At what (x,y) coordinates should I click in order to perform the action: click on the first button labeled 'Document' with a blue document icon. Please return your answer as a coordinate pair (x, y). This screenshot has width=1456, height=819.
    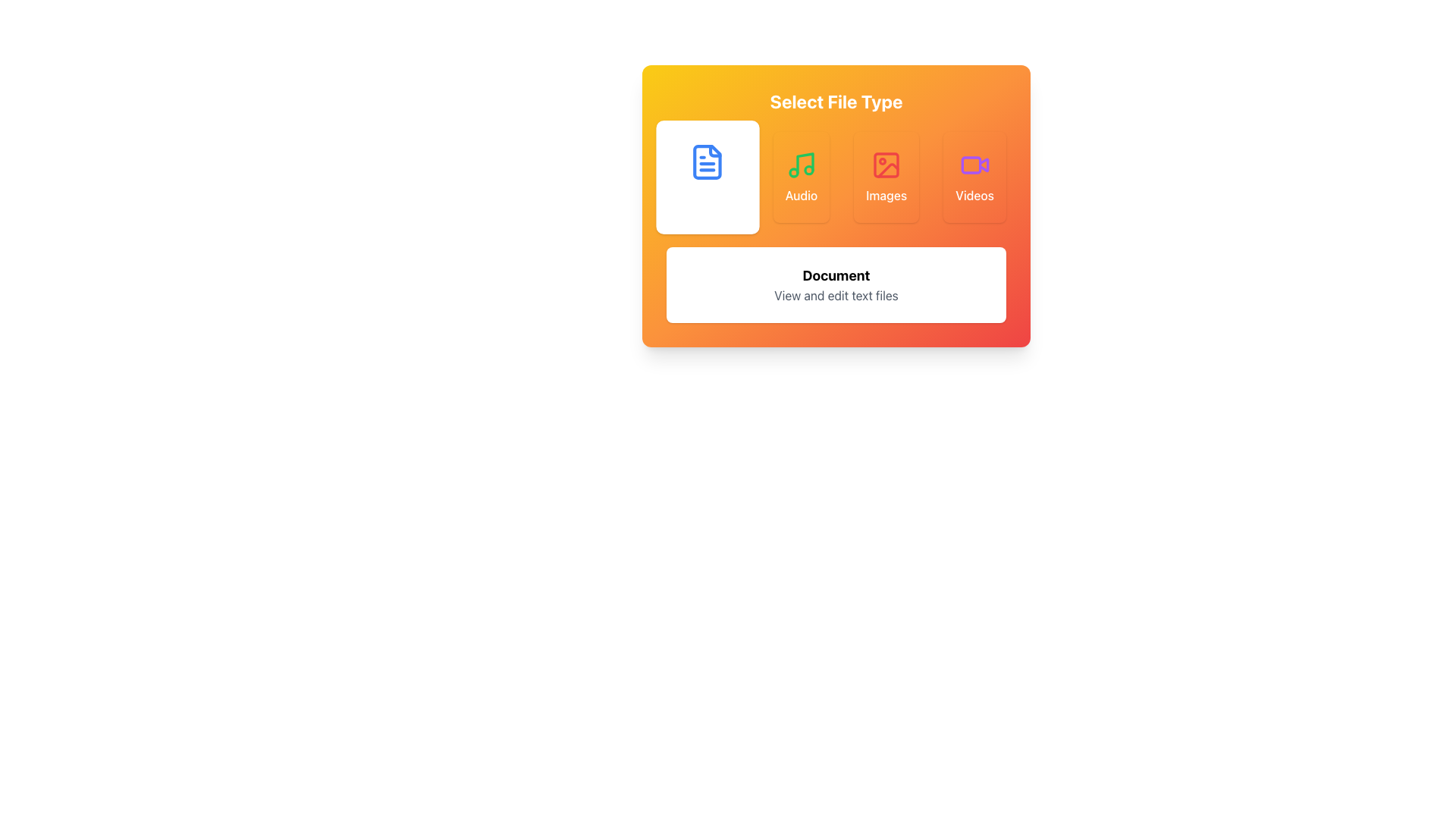
    Looking at the image, I should click on (707, 177).